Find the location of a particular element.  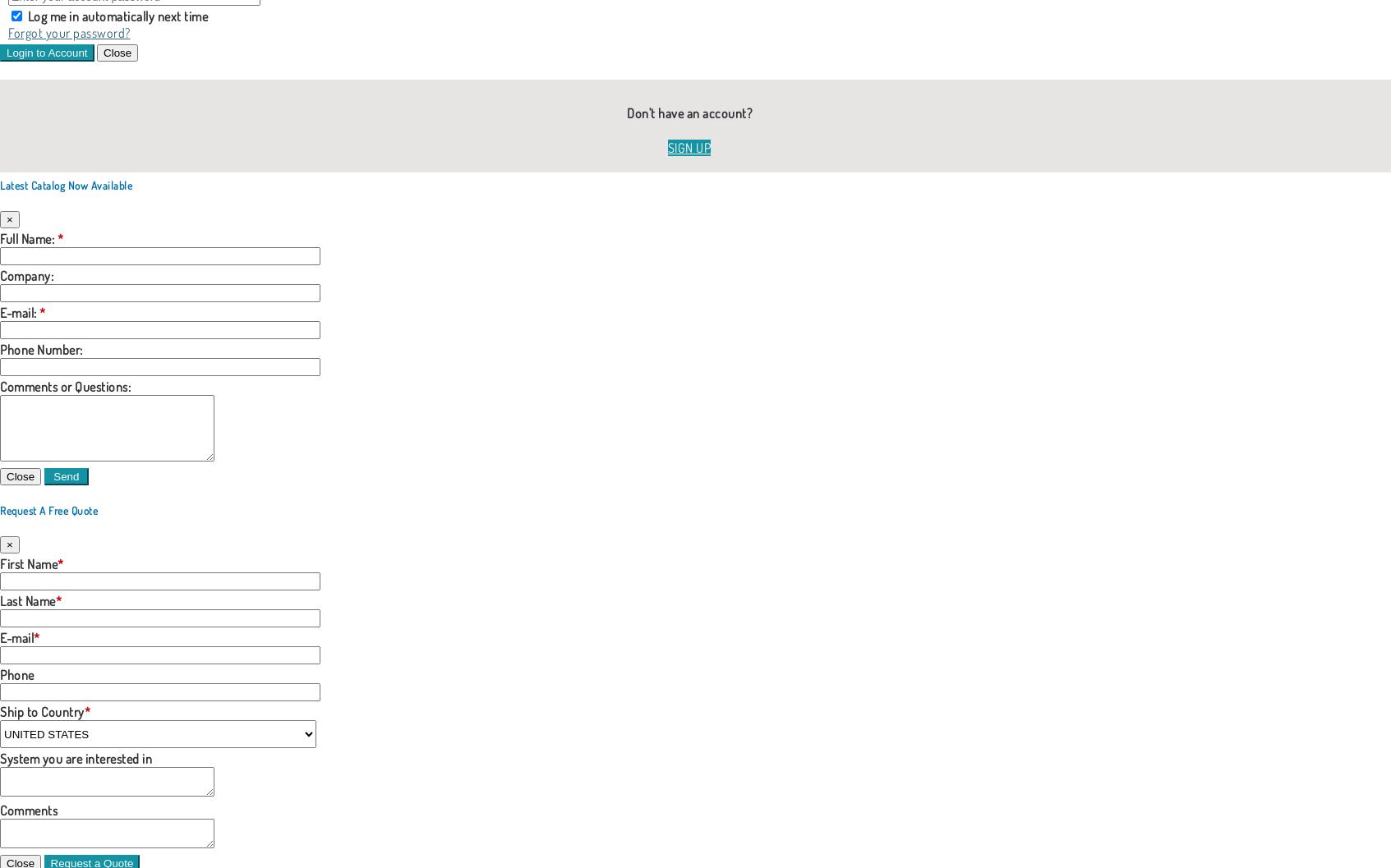

'Latest Catalog Now Available' is located at coordinates (0, 184).